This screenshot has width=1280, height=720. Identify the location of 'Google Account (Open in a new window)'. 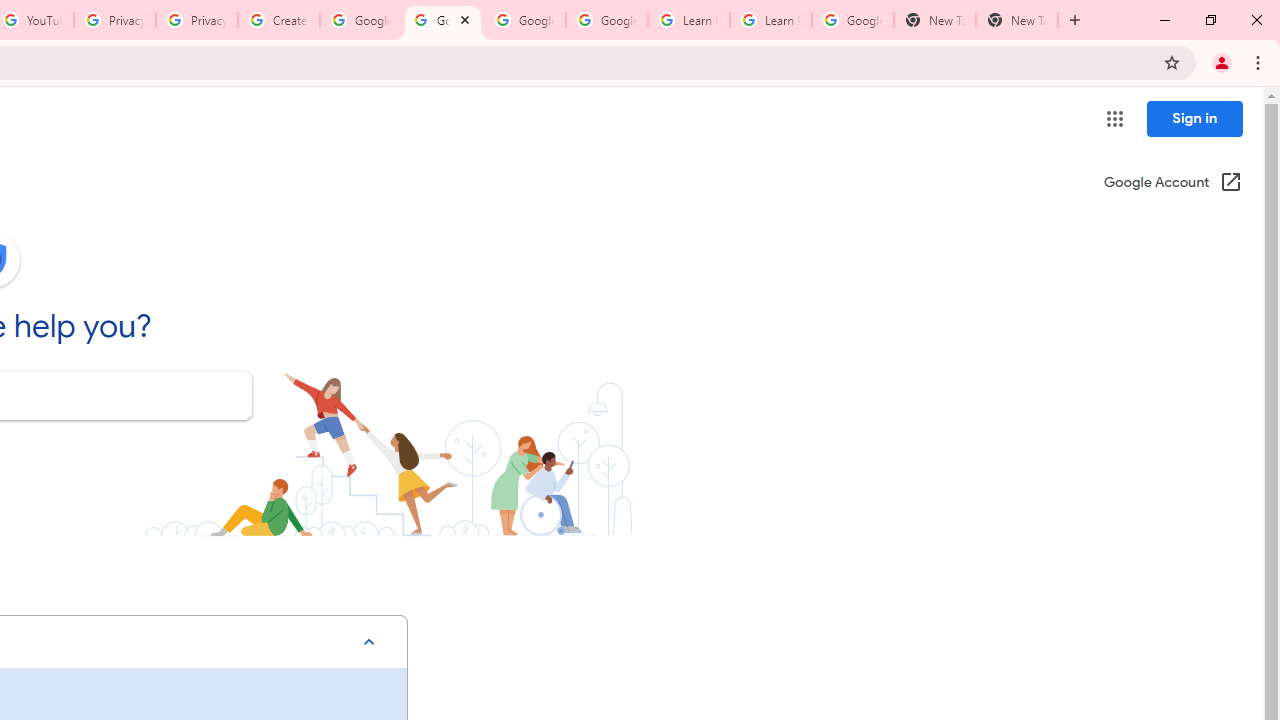
(1173, 183).